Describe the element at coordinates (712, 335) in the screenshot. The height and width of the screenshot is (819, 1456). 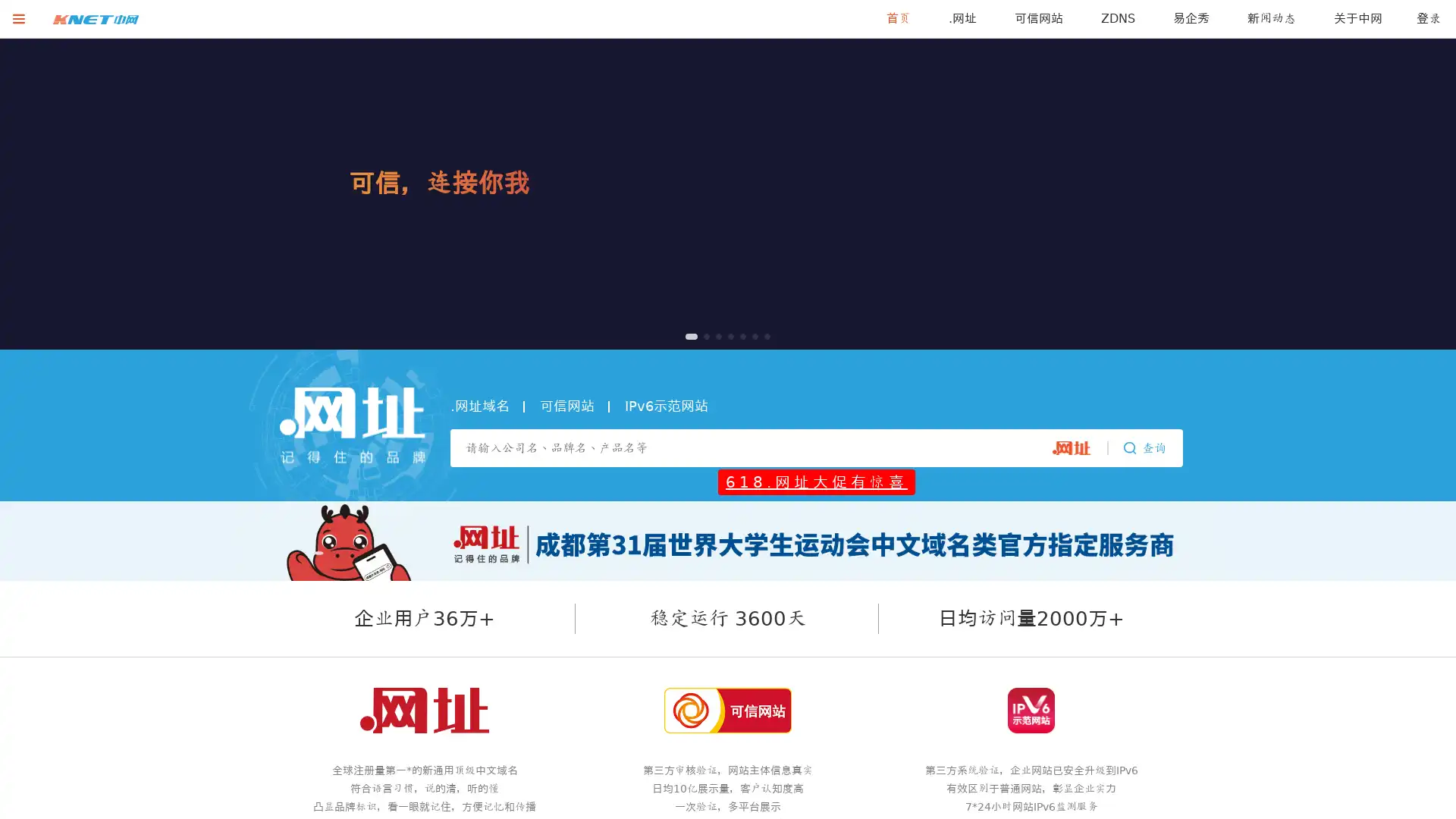
I see `Go to slide 3` at that location.